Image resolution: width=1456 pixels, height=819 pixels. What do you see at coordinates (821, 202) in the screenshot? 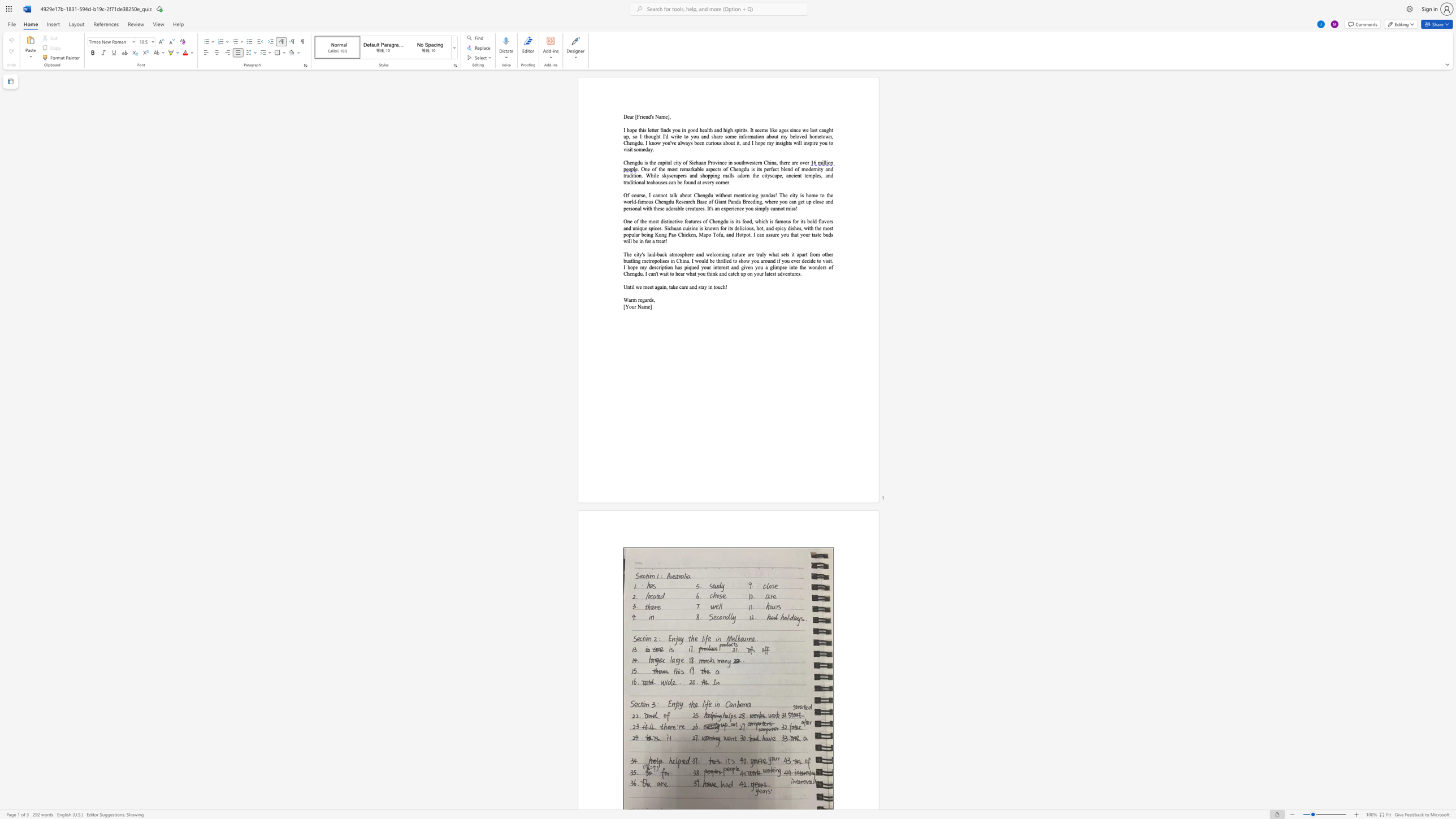
I see `the subset text "e and personal with these adora" within the text "Of course, I cannot talk about Chengdu without mentioning pandas! The city is home to the world-famous Chengdu Research Base of Giant Panda Breeding, where you can get up close and personal with these adorable creatures."` at bounding box center [821, 202].